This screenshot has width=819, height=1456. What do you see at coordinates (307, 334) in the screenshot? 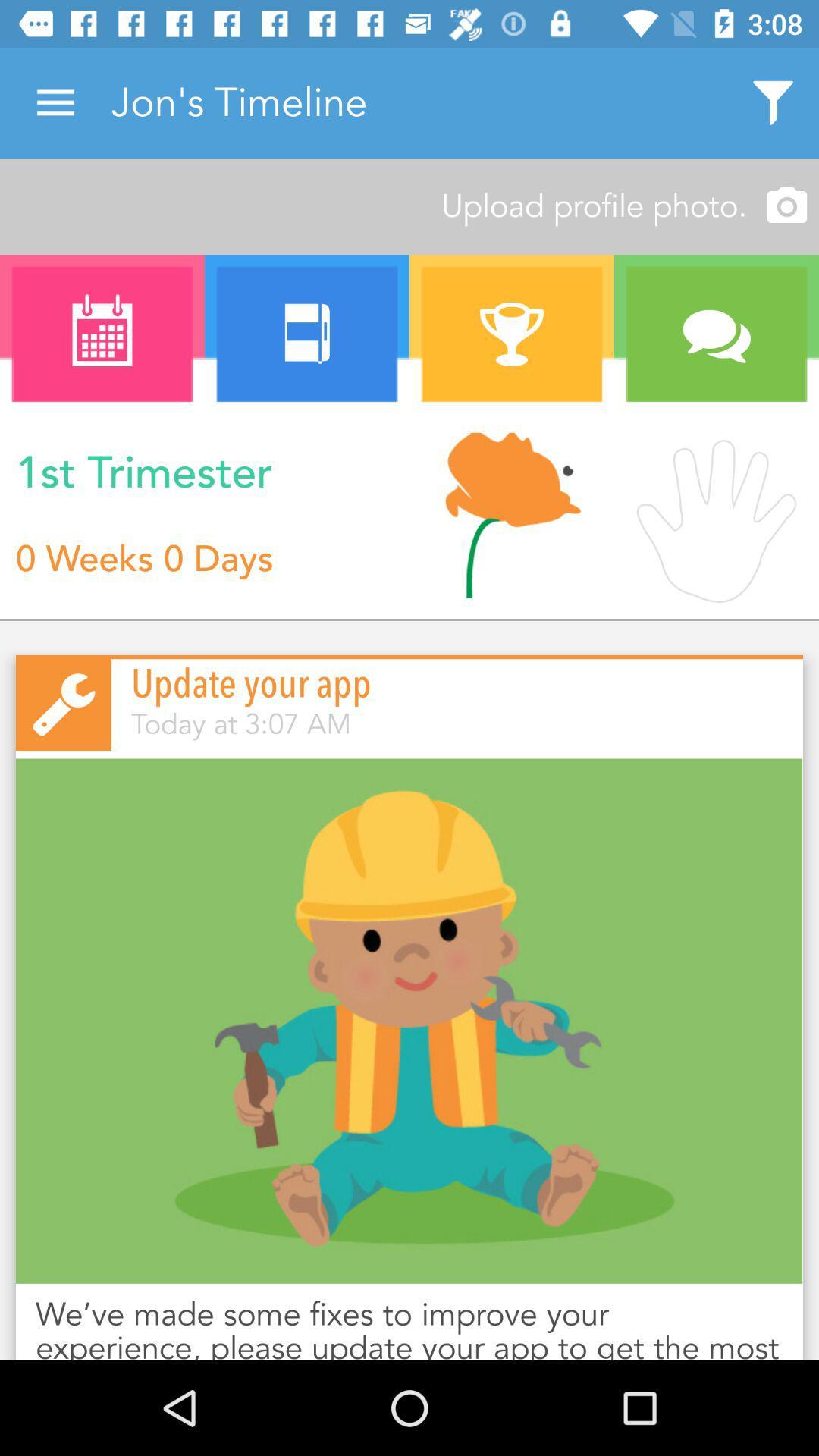
I see `the item to the right of a` at bounding box center [307, 334].